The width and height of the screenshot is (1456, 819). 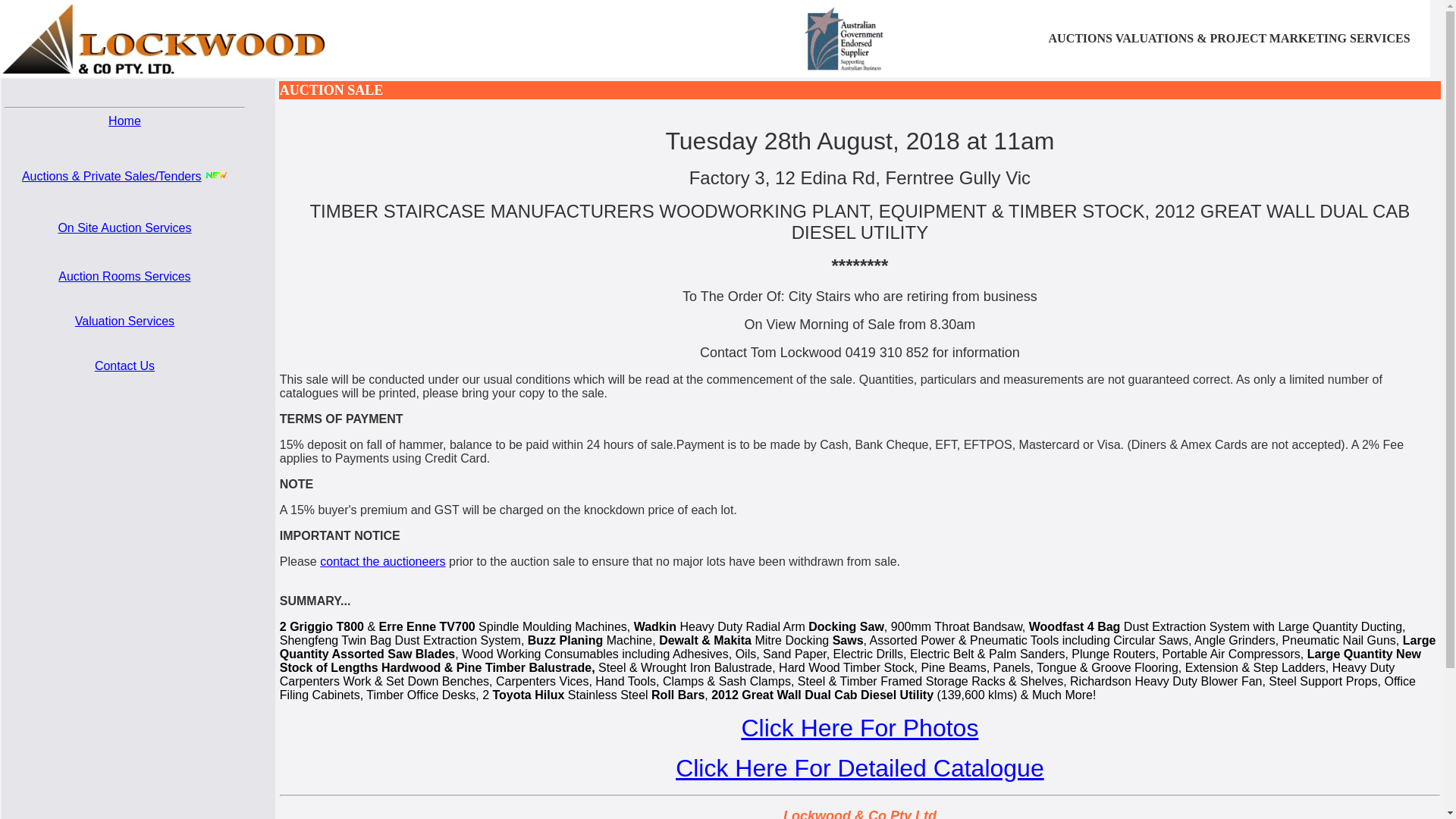 I want to click on 'On Site Auction Services', so click(x=58, y=227).